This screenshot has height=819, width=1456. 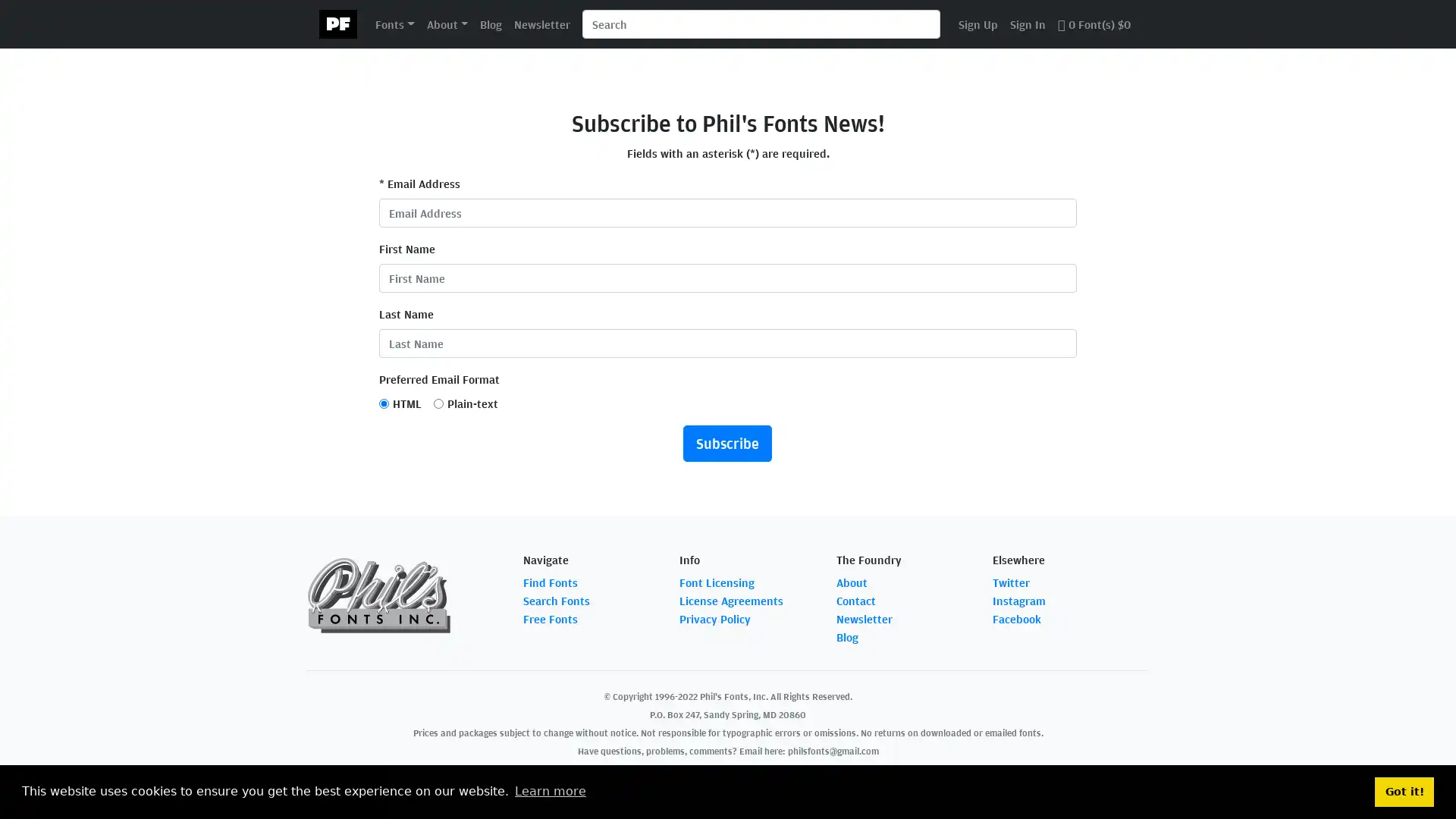 What do you see at coordinates (1404, 791) in the screenshot?
I see `dismiss cookie message` at bounding box center [1404, 791].